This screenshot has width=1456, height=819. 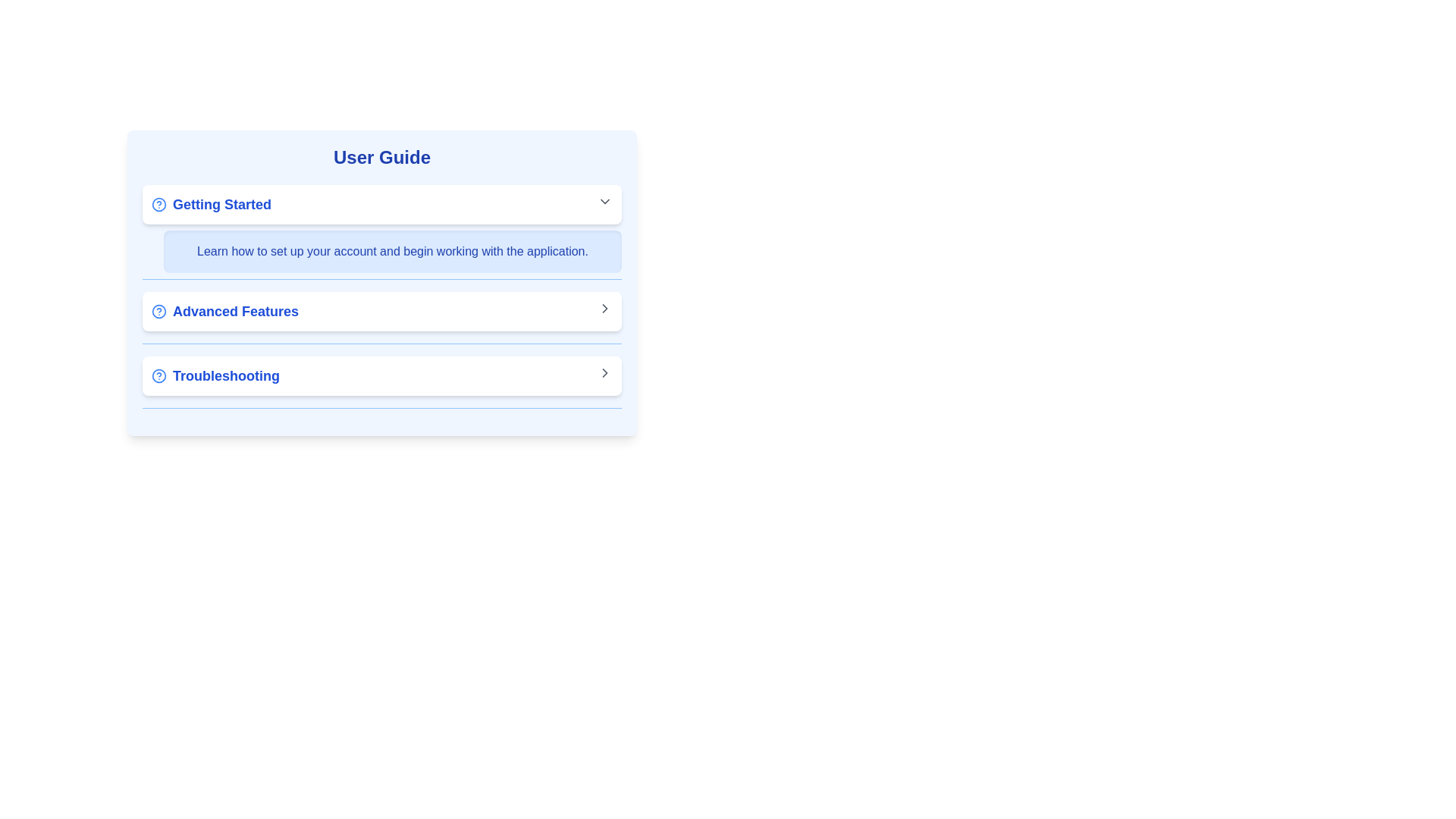 I want to click on the help icon located to the left of the 'Getting Started' header in the user guide section, so click(x=159, y=205).